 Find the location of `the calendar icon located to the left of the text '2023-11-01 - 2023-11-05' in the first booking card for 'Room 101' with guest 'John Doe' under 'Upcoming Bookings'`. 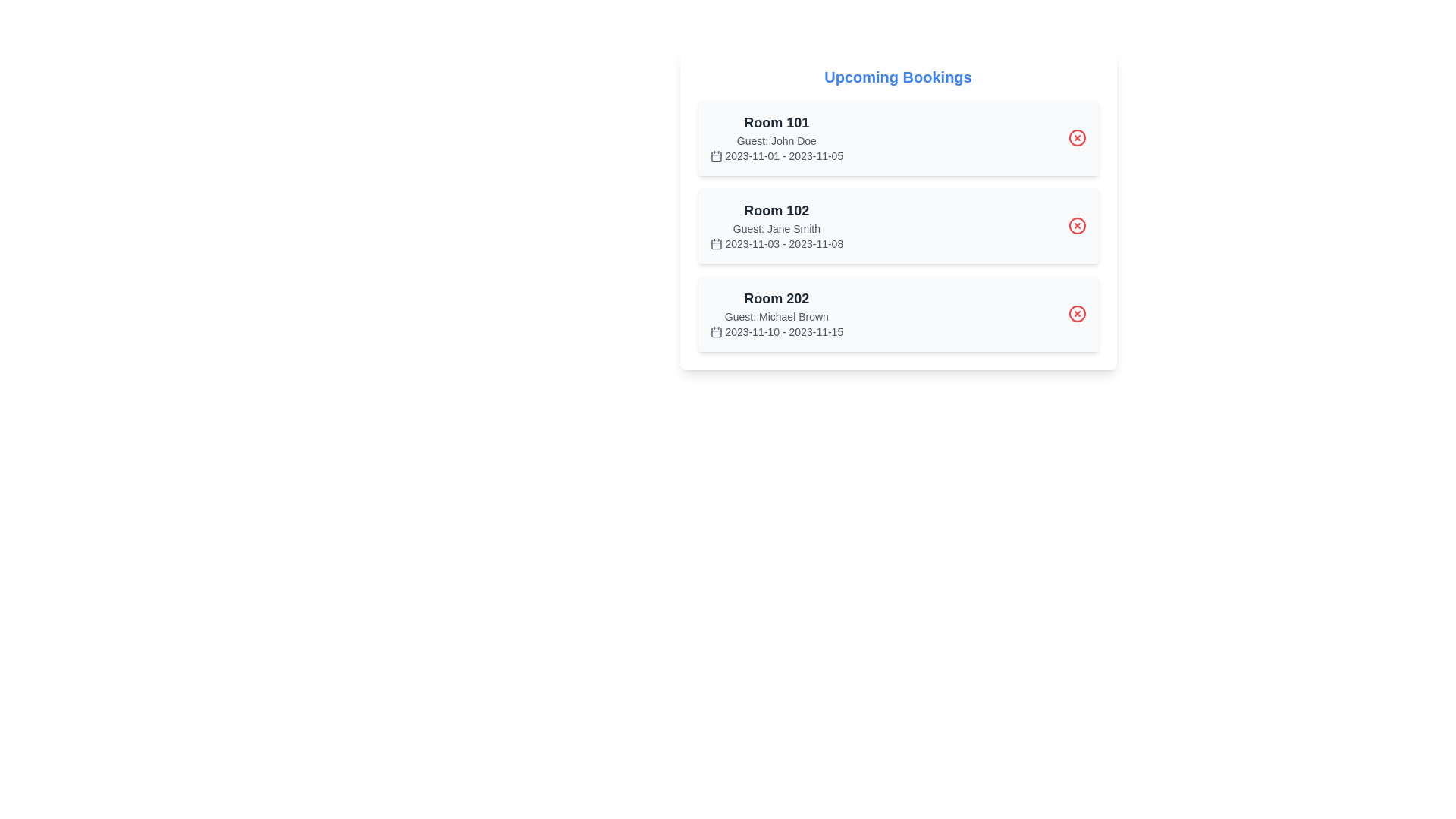

the calendar icon located to the left of the text '2023-11-01 - 2023-11-05' in the first booking card for 'Room 101' with guest 'John Doe' under 'Upcoming Bookings' is located at coordinates (715, 155).